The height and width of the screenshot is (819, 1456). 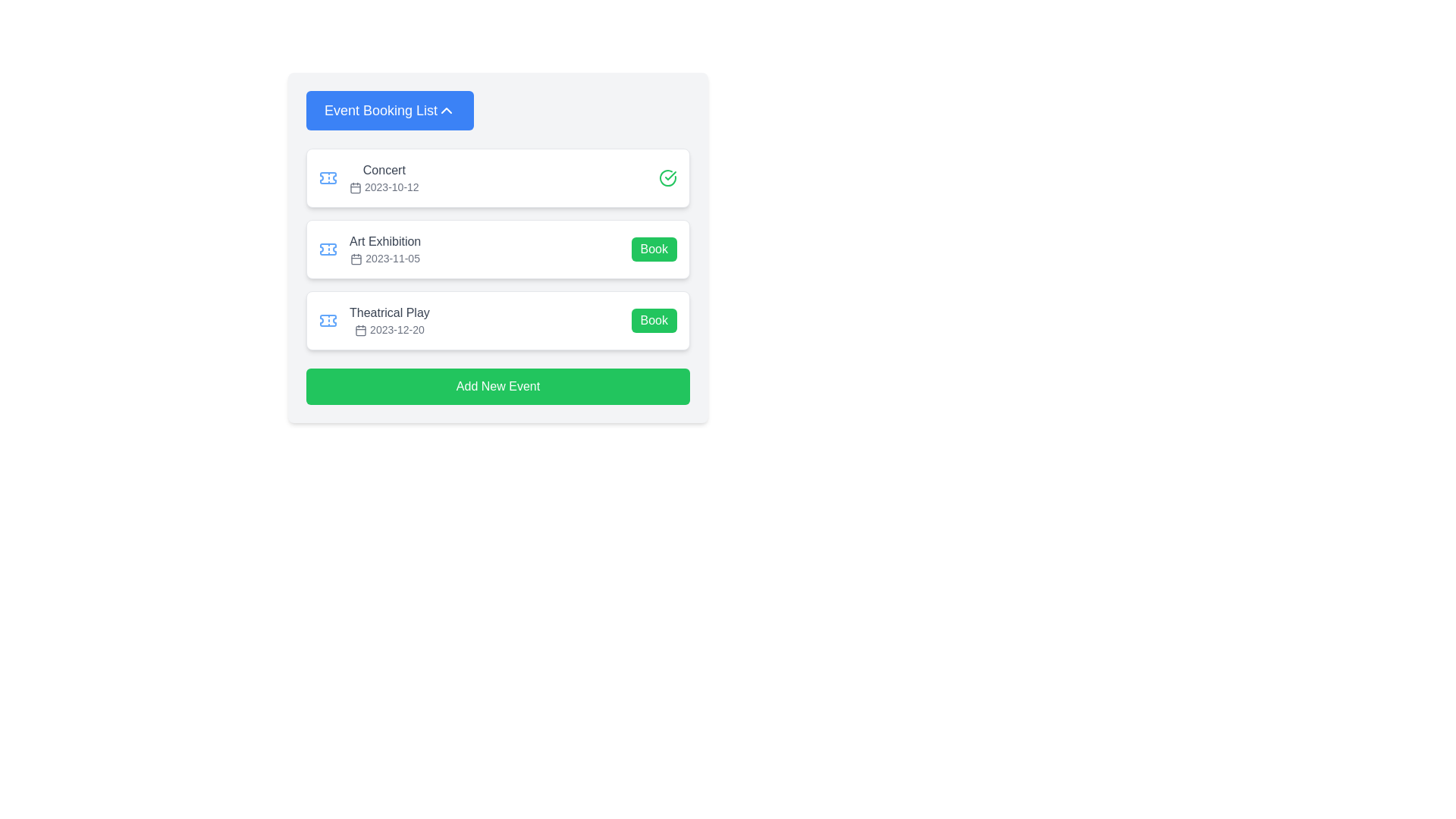 What do you see at coordinates (356, 259) in the screenshot?
I see `the icon that visually indicates the date next to the text '2023-11-05' for the 'Art Exhibition' event` at bounding box center [356, 259].